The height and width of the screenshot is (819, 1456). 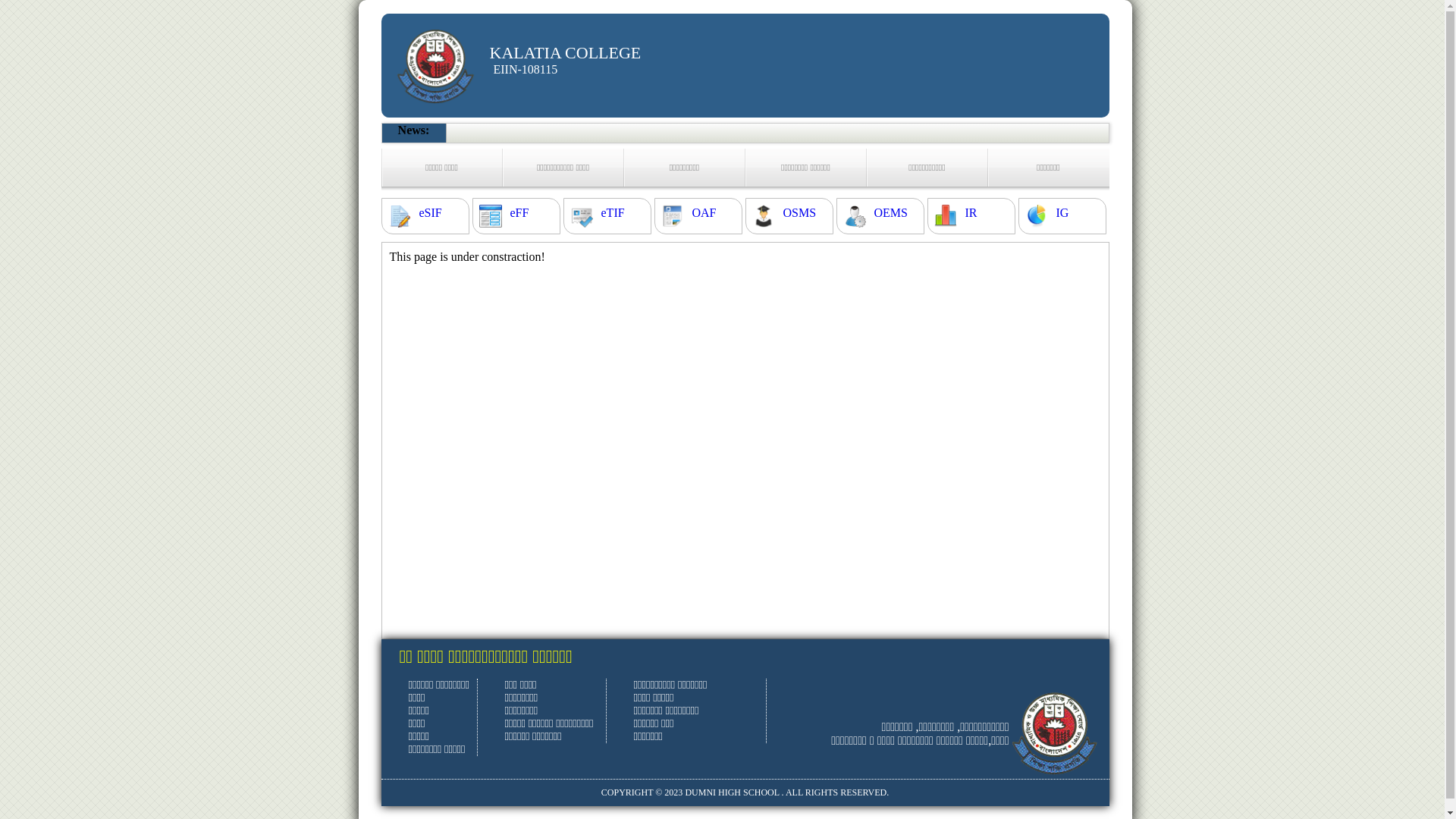 I want to click on 'OEMS', so click(x=890, y=213).